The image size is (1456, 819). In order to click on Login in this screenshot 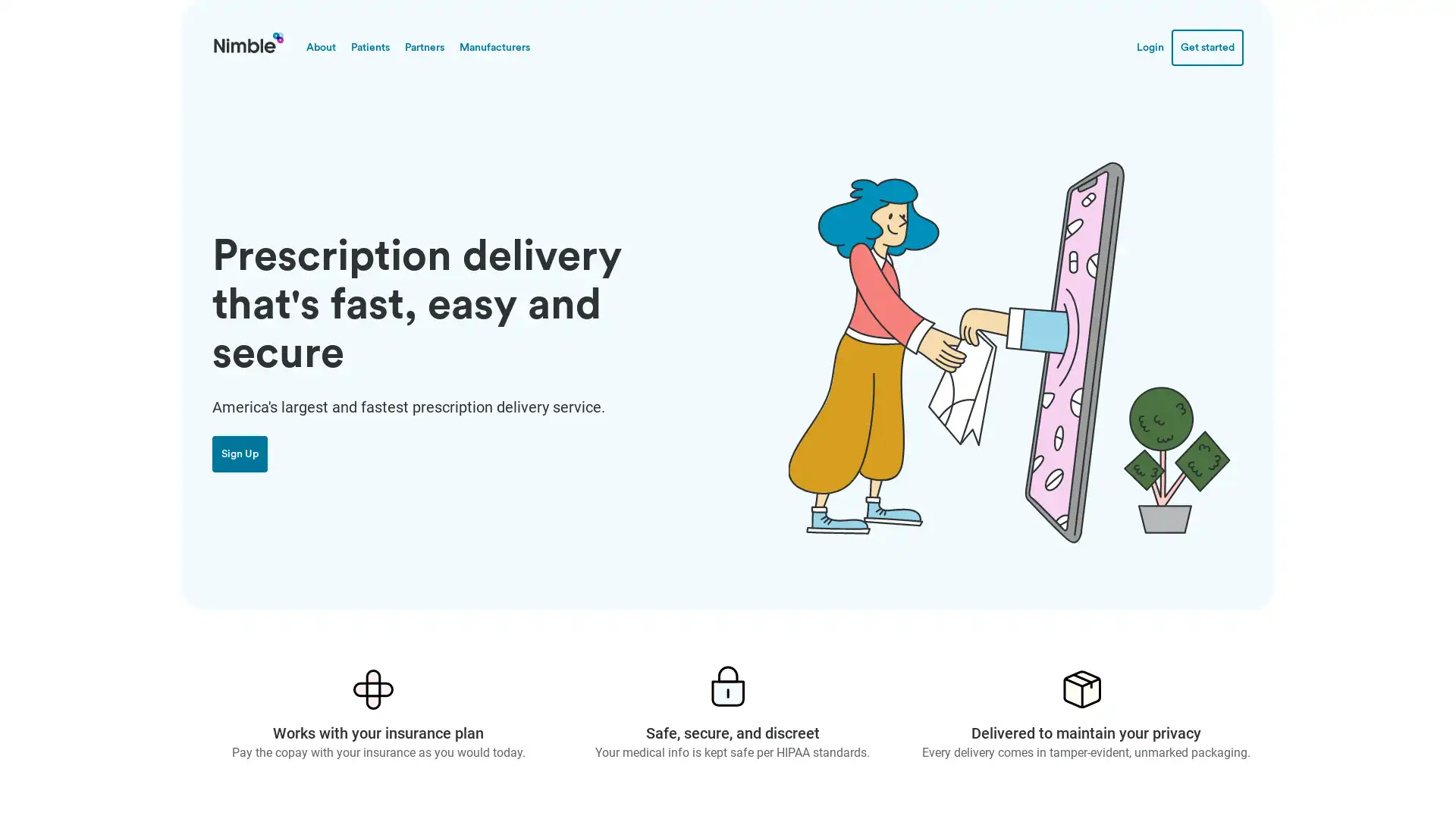, I will do `click(1150, 45)`.